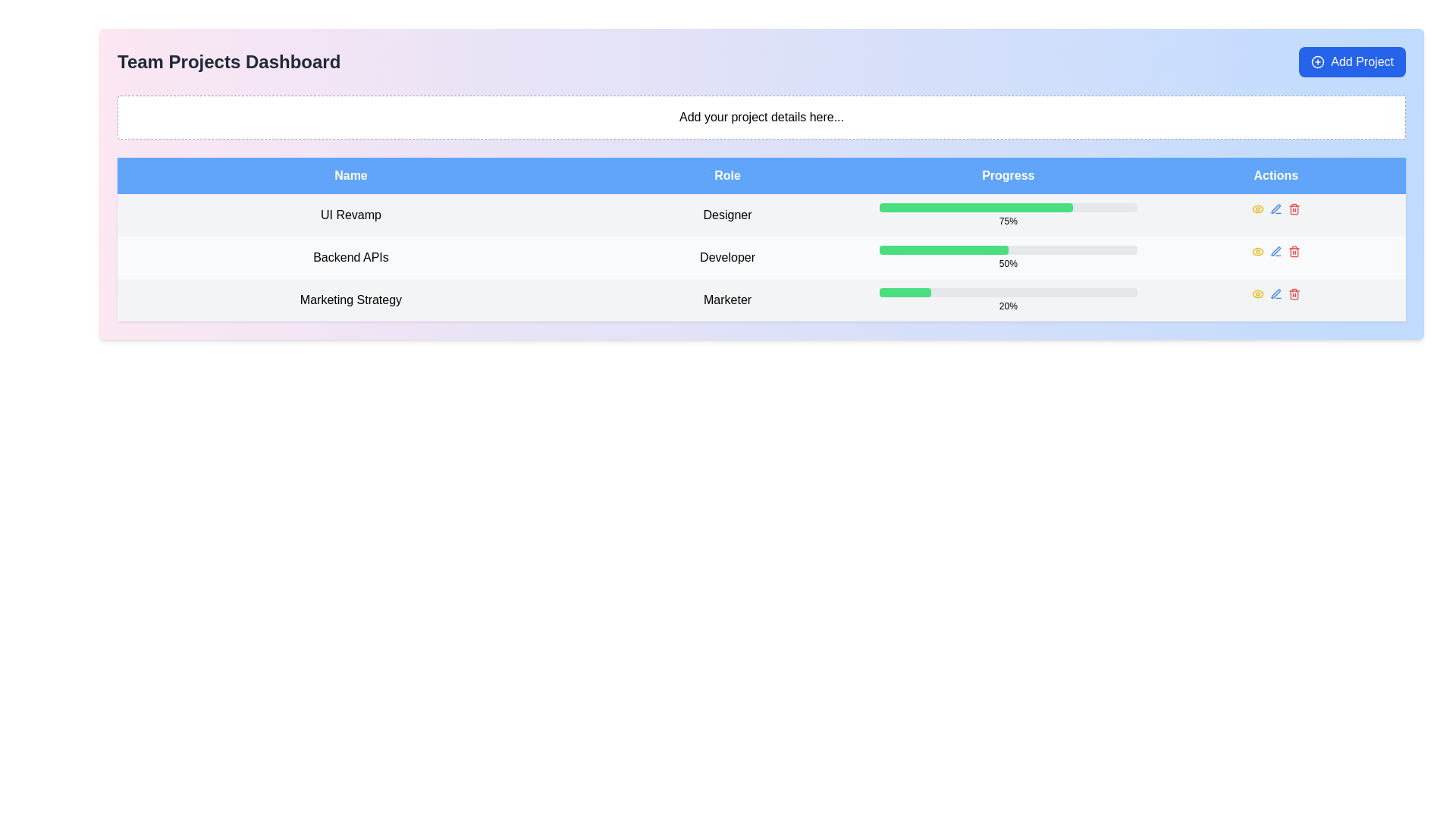 Image resolution: width=1456 pixels, height=819 pixels. I want to click on the progress bar that visually represents the progress of a specific task, currently at 50%, located in the 'Progress' column of the row labeled 'Developer', so click(943, 249).